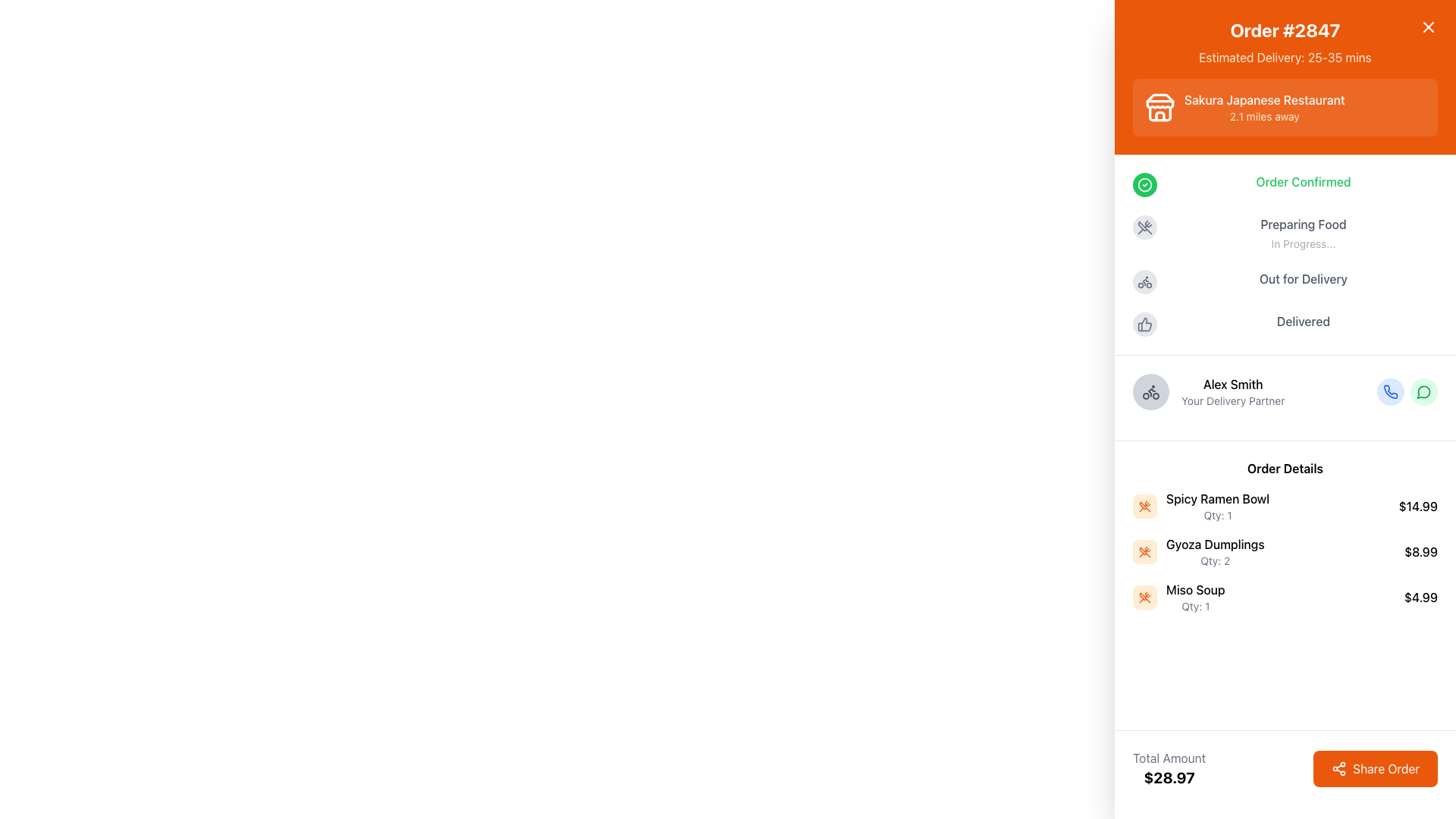  What do you see at coordinates (1145, 324) in the screenshot?
I see `the circular thumbs-up icon button with a light gray background, located to the left of the 'Delivered' text component in the delivery progress list` at bounding box center [1145, 324].